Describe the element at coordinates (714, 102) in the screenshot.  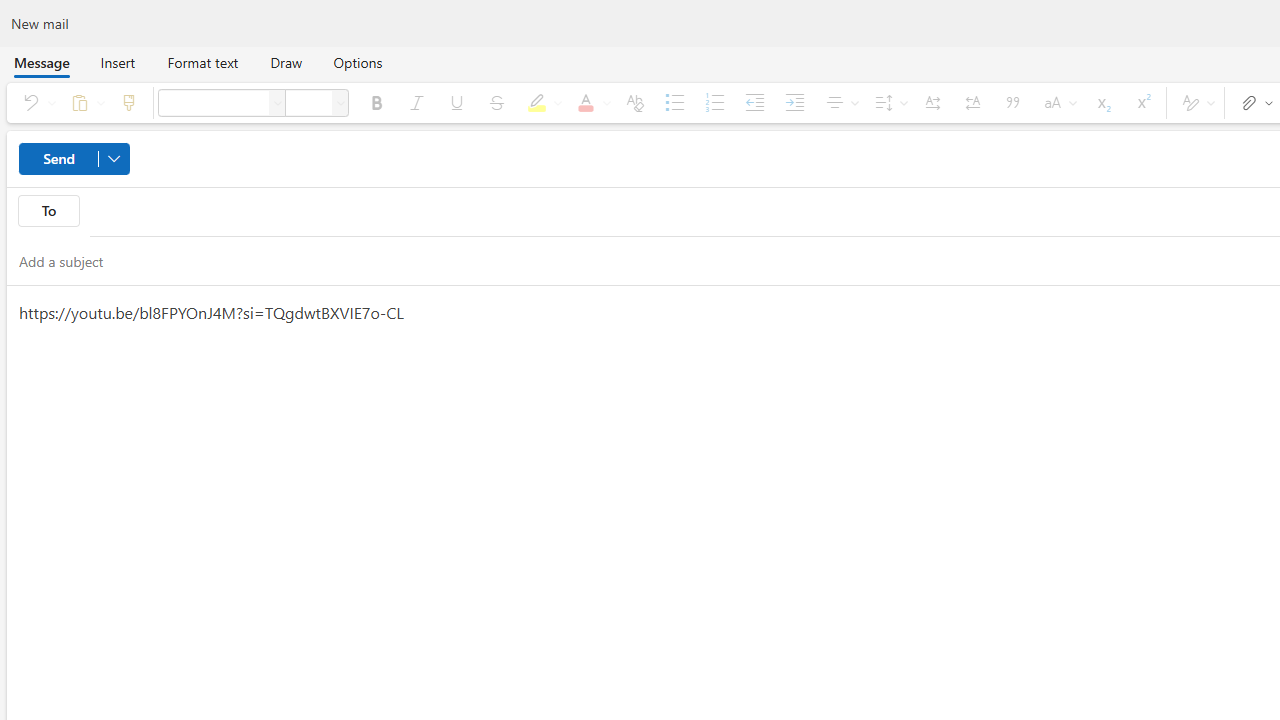
I see `'Numbering'` at that location.